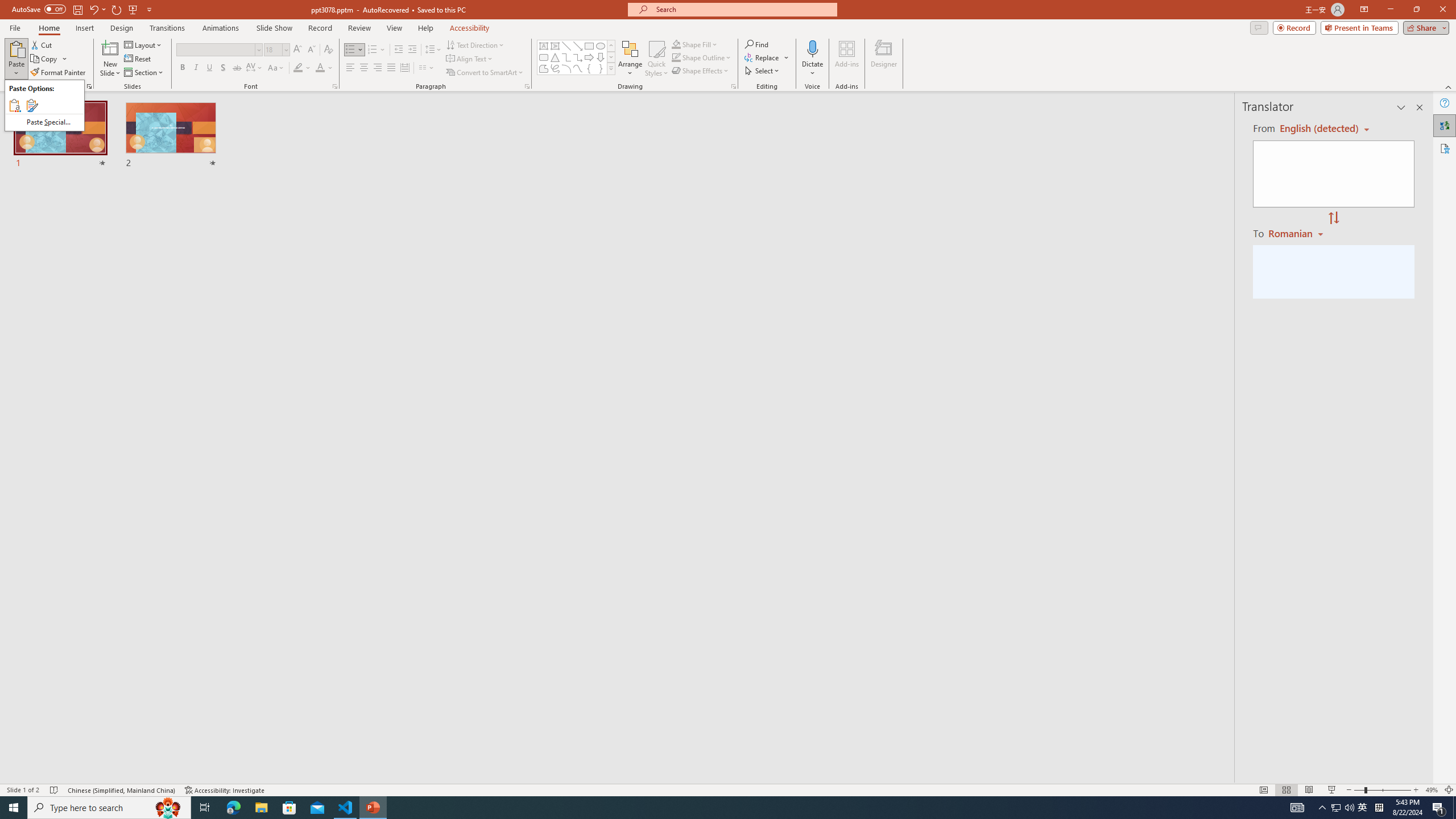 This screenshot has height=819, width=1456. Describe the element at coordinates (138, 59) in the screenshot. I see `'Reset'` at that location.